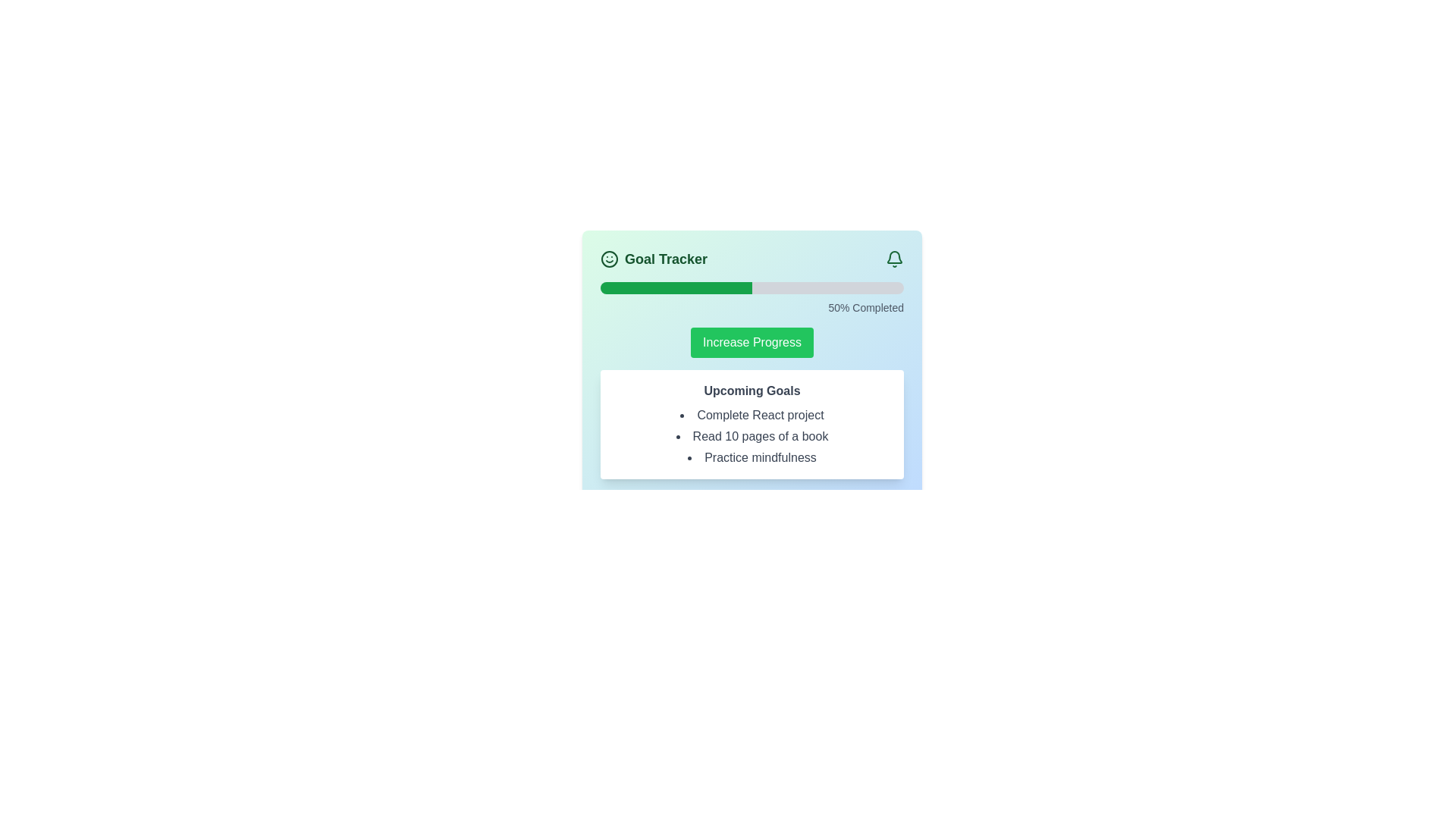 The image size is (1456, 819). What do you see at coordinates (752, 298) in the screenshot?
I see `the progress bar labeled 'Goal Tracker' which is filled to 50% and shows '50% Completed' next to it` at bounding box center [752, 298].